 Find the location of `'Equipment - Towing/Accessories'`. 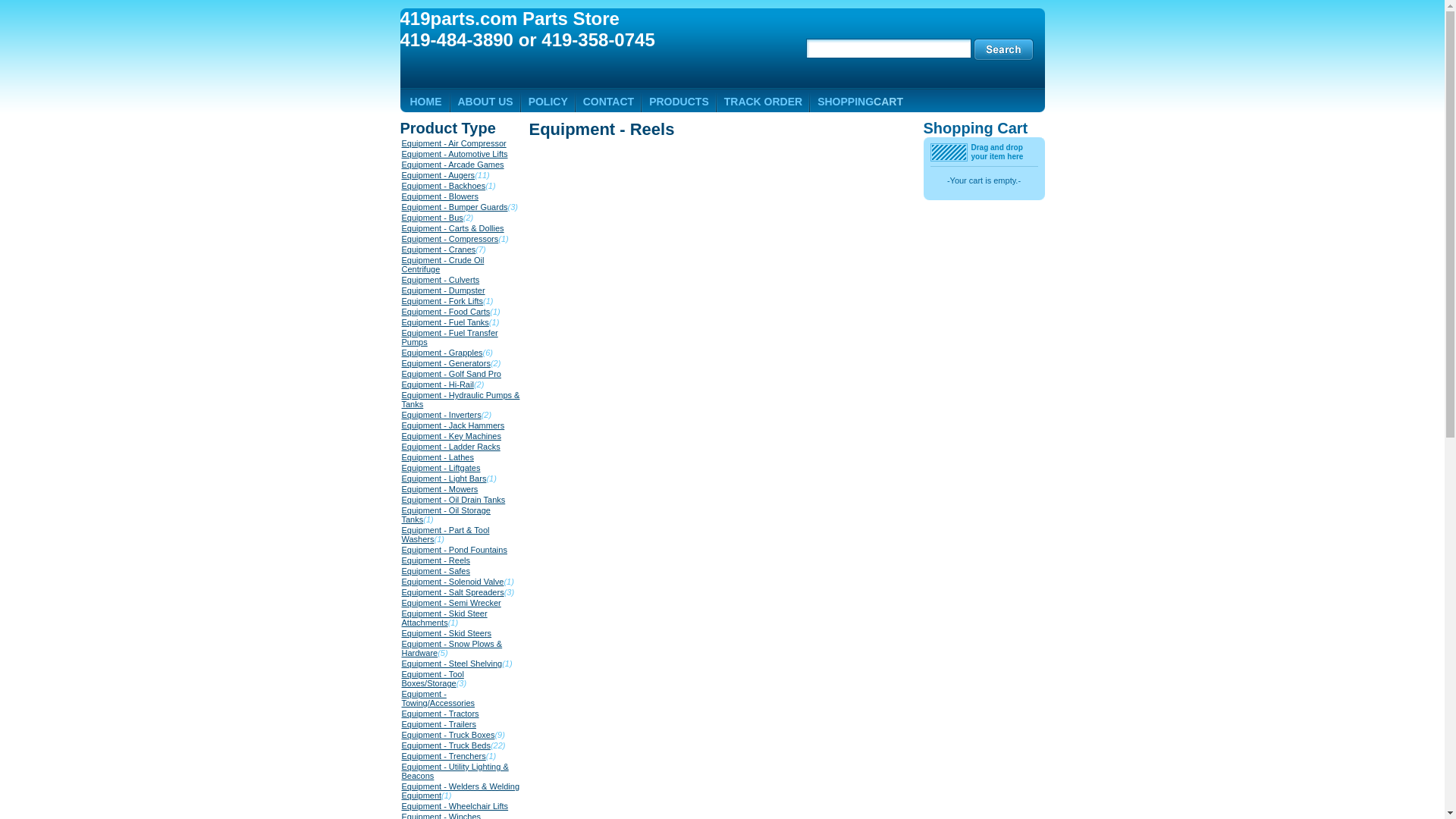

'Equipment - Towing/Accessories' is located at coordinates (438, 698).